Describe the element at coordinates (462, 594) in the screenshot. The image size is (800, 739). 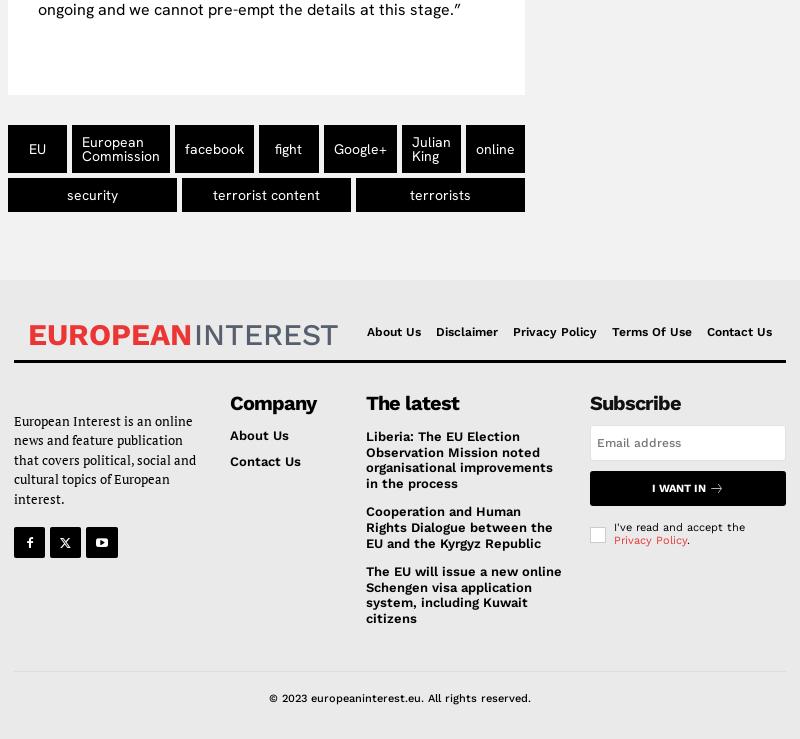
I see `'The EU will issue a new online Schengen visa application system, including Kuwait citizens'` at that location.